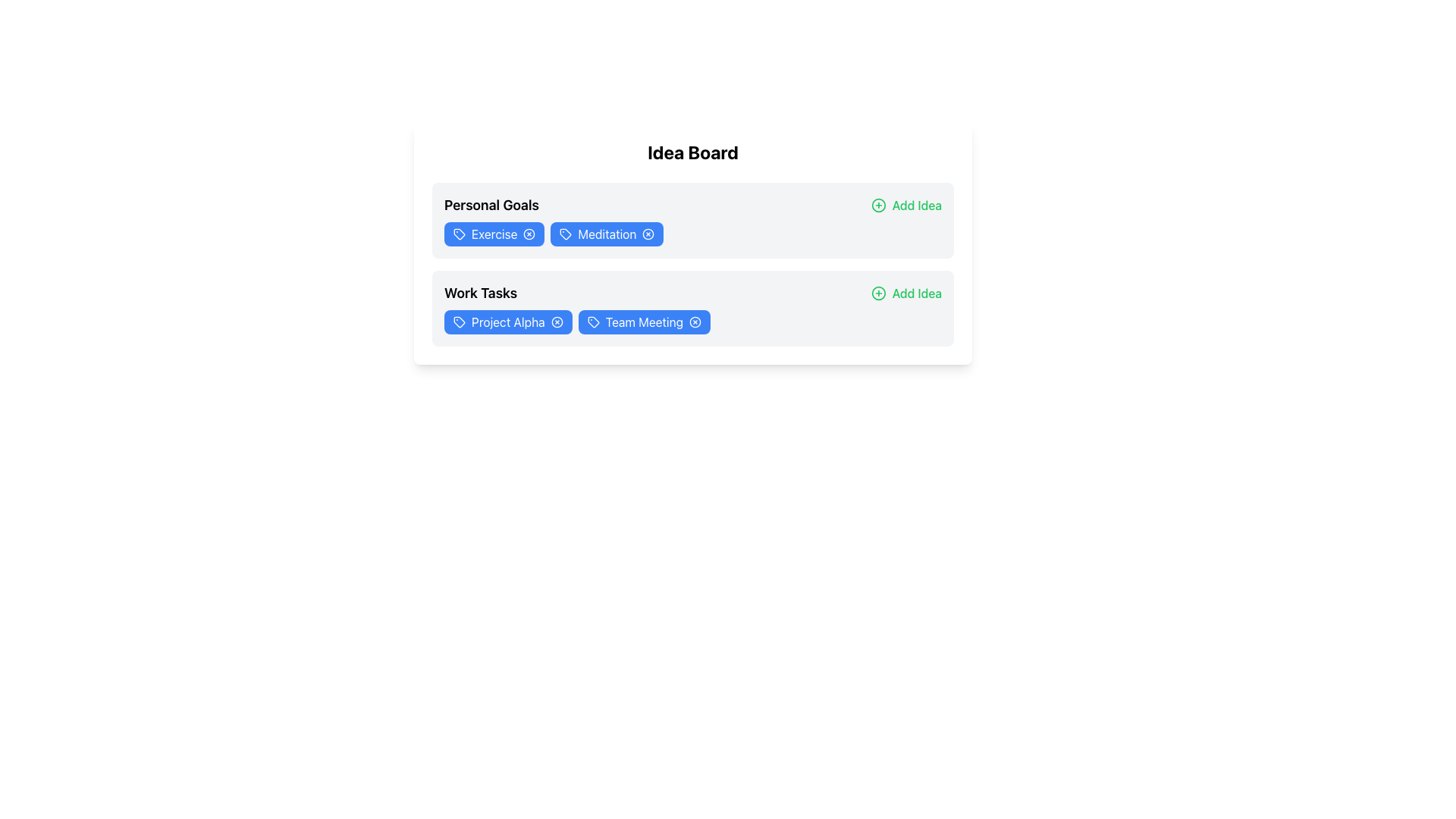  Describe the element at coordinates (878, 205) in the screenshot. I see `the decorative circle graphic within the 'Add Idea' button icon in the 'Personal Goals' section` at that location.